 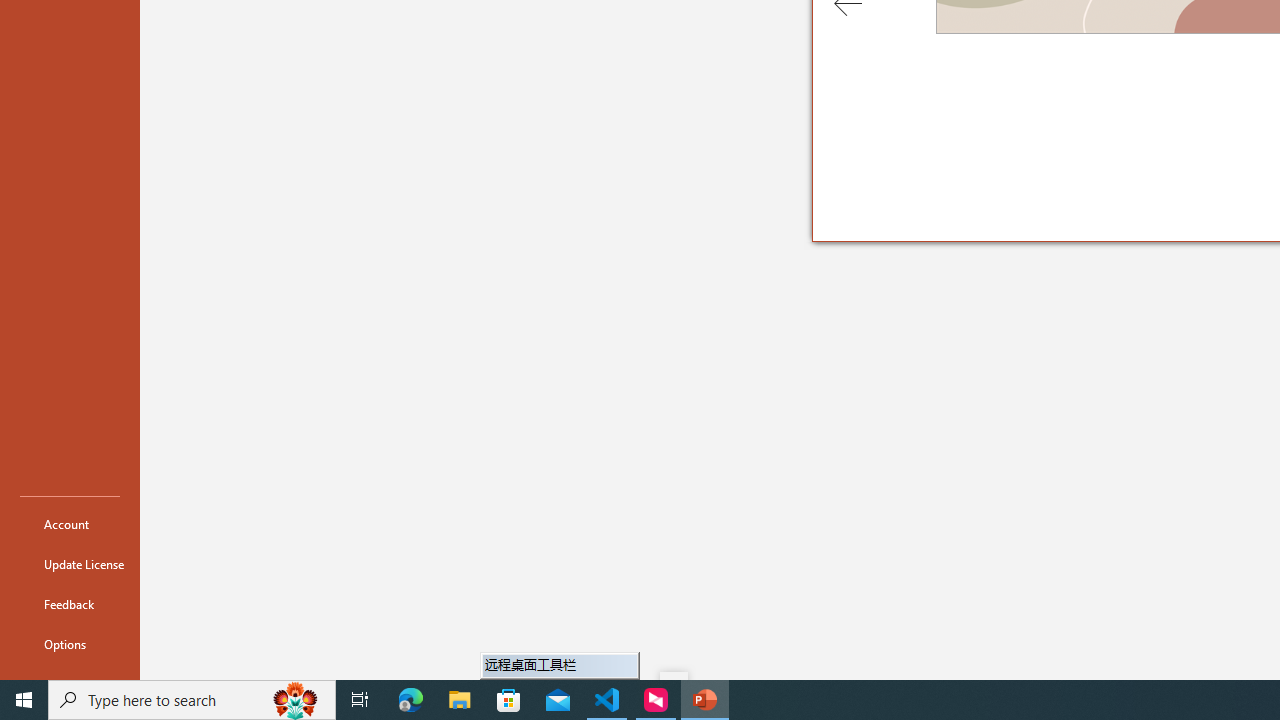 I want to click on 'Options', so click(x=69, y=644).